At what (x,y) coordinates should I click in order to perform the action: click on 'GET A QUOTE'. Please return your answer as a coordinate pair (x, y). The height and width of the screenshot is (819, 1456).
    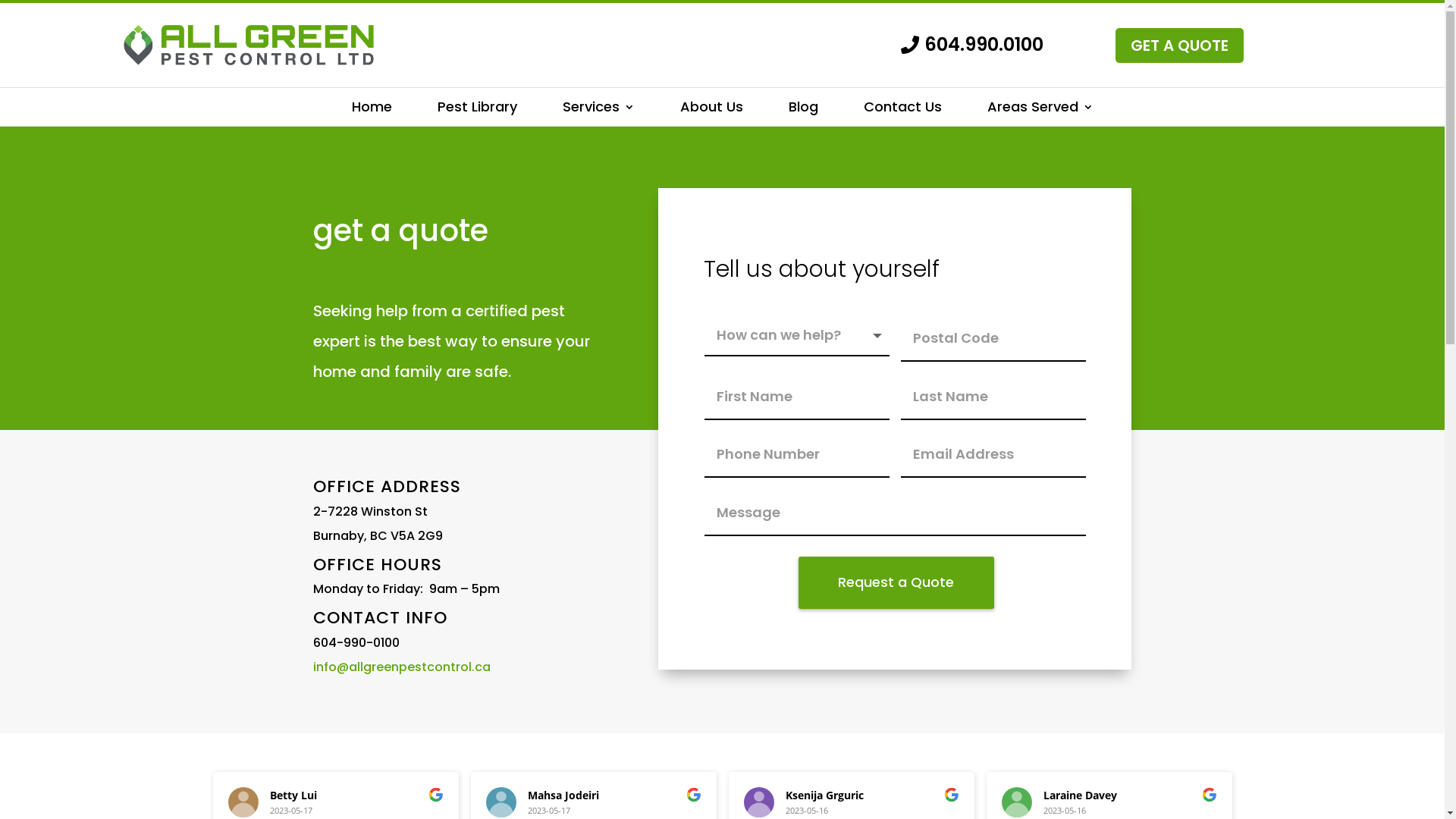
    Looking at the image, I should click on (1178, 45).